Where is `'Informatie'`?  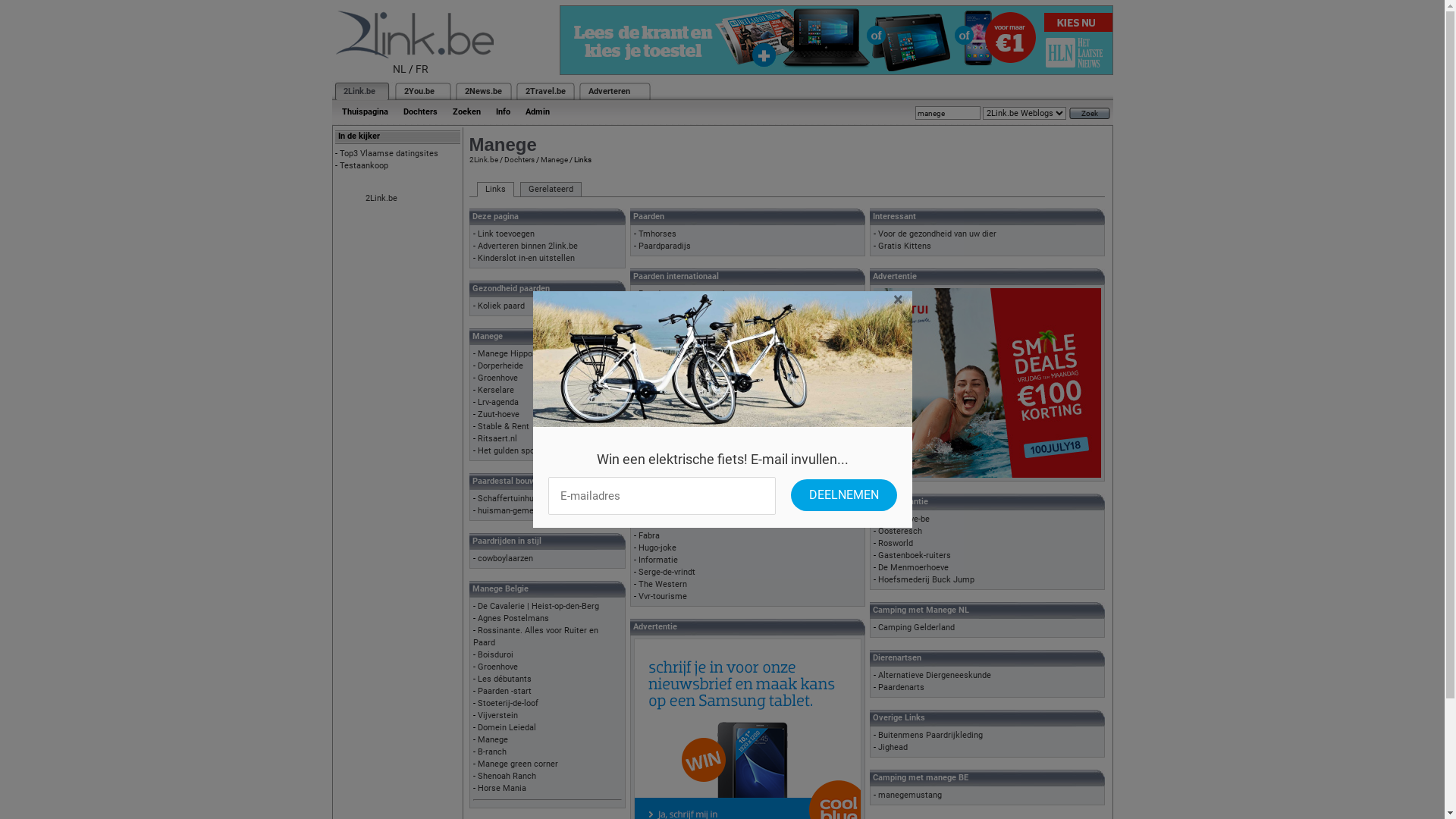
'Informatie' is located at coordinates (658, 560).